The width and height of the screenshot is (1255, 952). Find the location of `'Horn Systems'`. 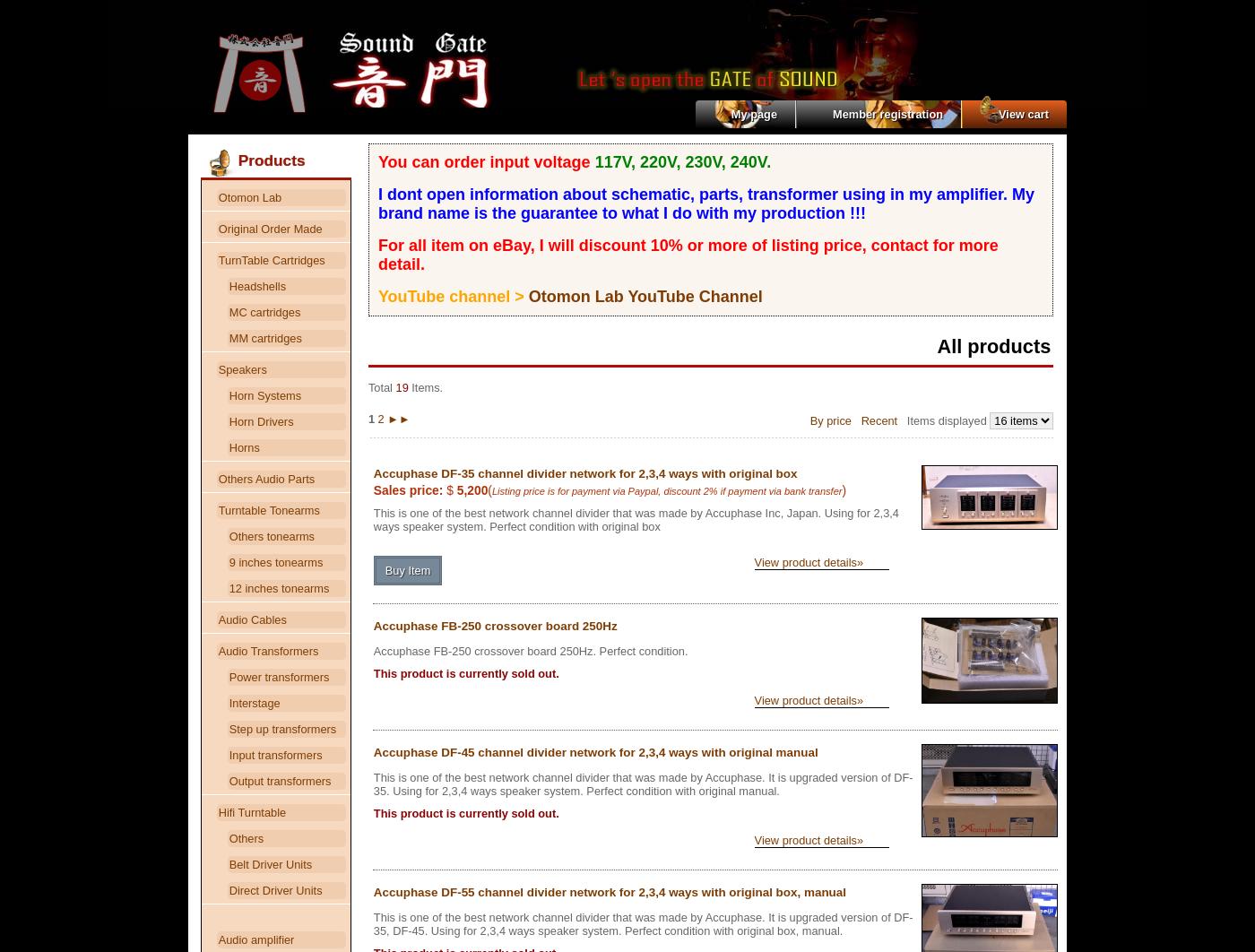

'Horn Systems' is located at coordinates (228, 394).